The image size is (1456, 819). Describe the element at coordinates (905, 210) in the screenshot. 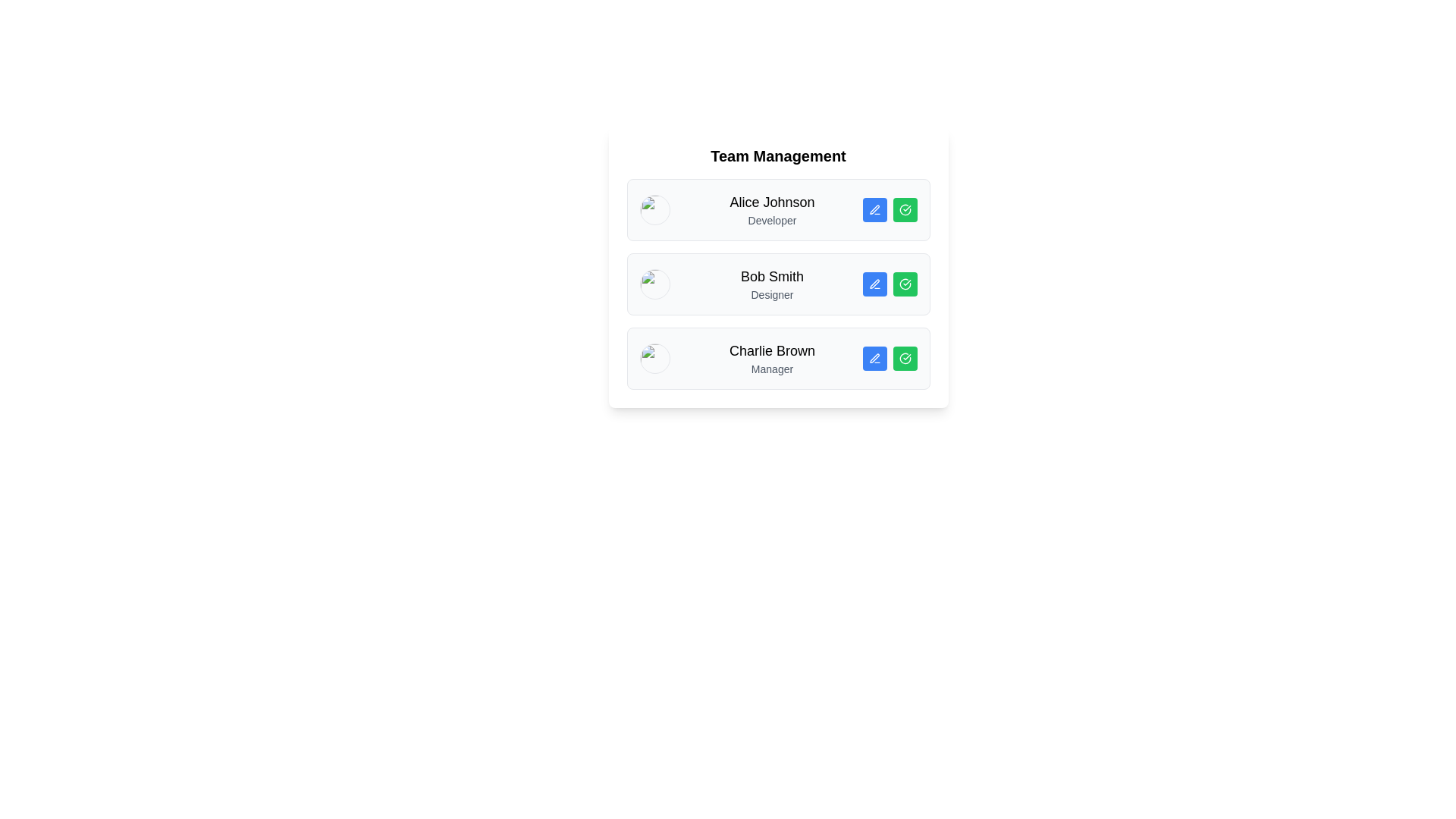

I see `the green check mark icon button located at the right end of the row for 'Alice Johnson' under the 'Team Management' header` at that location.